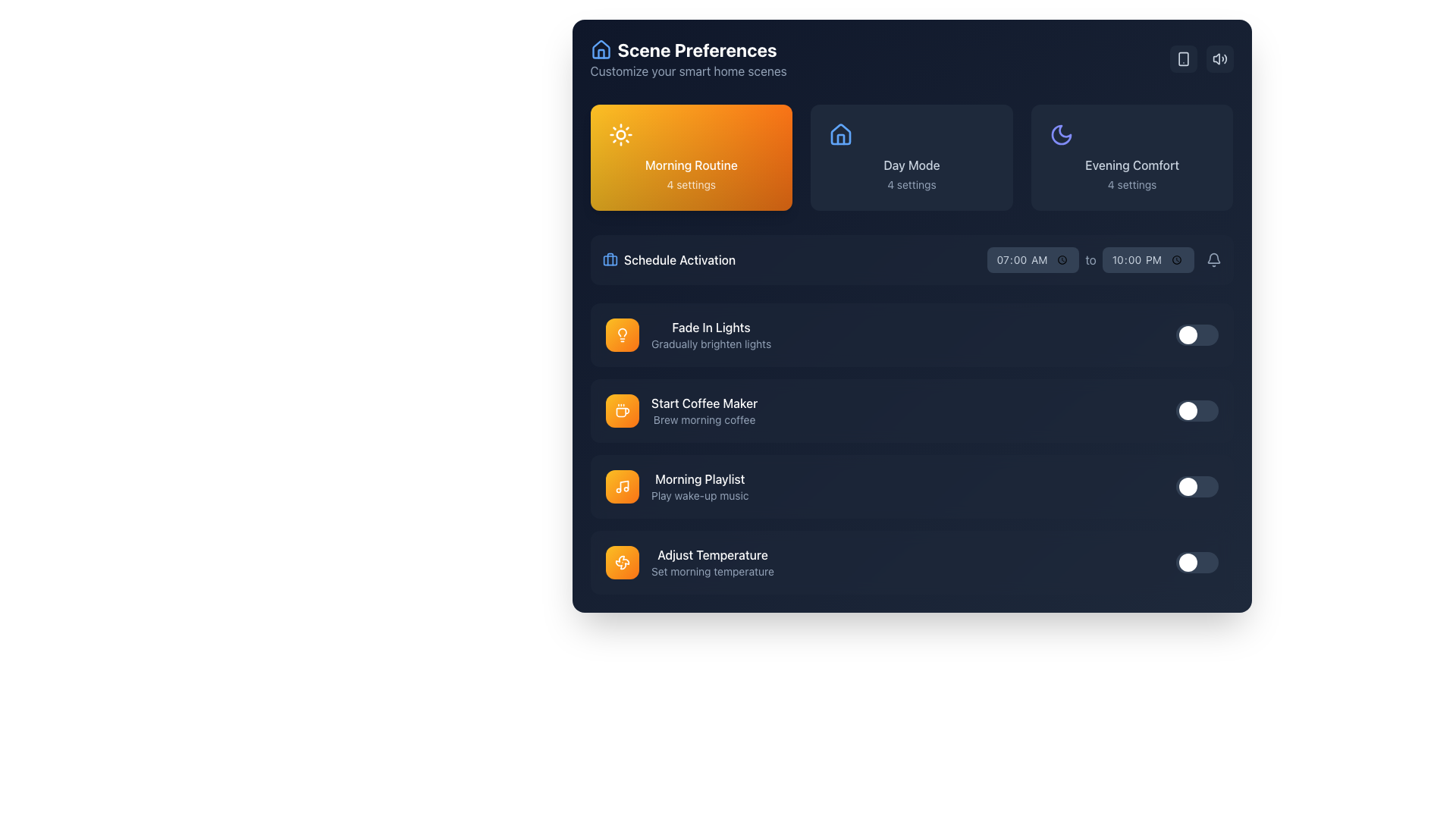 This screenshot has height=819, width=1456. Describe the element at coordinates (703, 411) in the screenshot. I see `the 'Start Coffee Maker' text label, which has bold white text and is the second item in the 'Schedule Activation' section, positioned between 'Fade In Lights' and 'Morning Playlist'` at that location.